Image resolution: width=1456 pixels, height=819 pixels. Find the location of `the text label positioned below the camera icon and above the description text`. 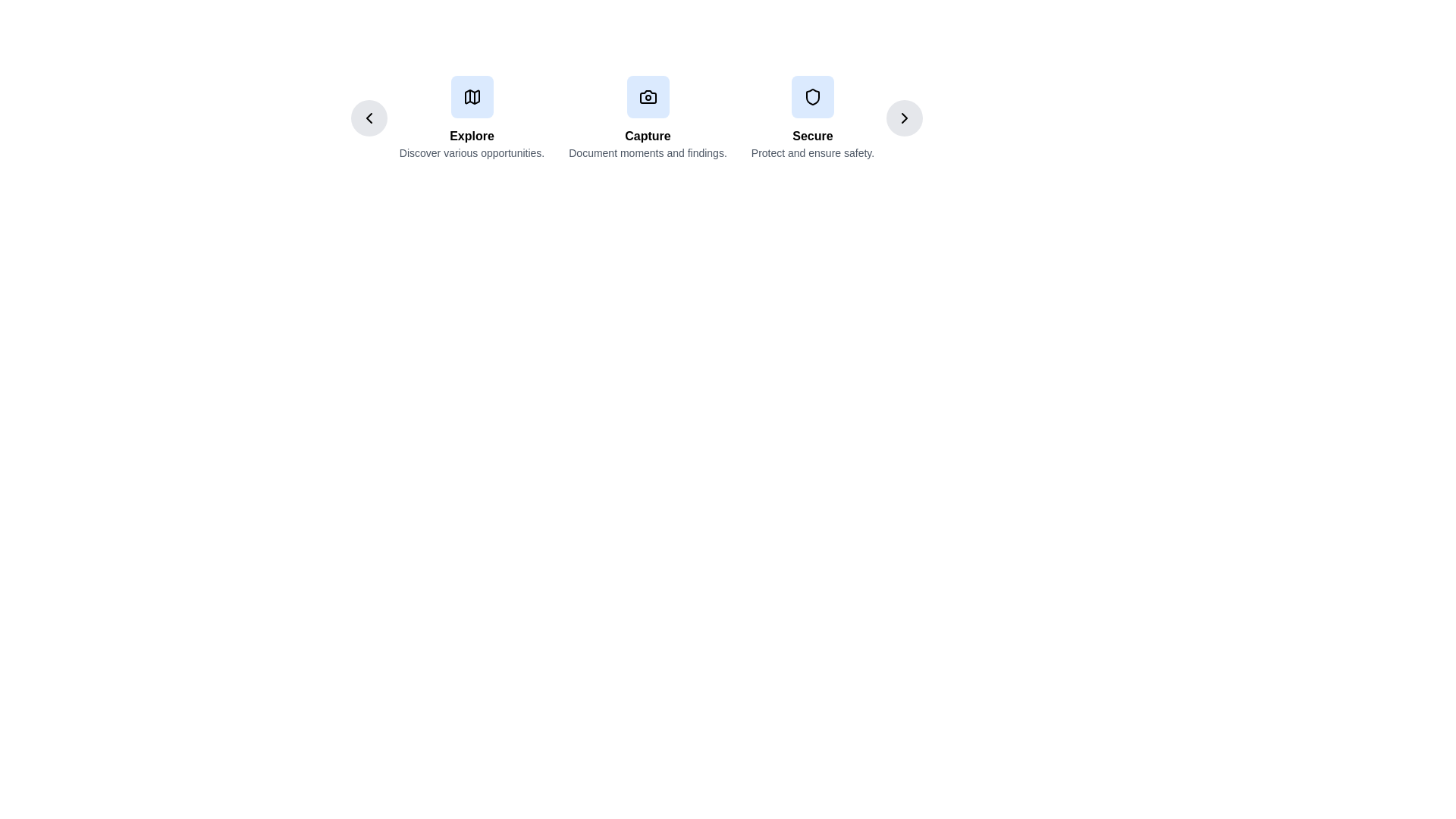

the text label positioned below the camera icon and above the description text is located at coordinates (648, 136).